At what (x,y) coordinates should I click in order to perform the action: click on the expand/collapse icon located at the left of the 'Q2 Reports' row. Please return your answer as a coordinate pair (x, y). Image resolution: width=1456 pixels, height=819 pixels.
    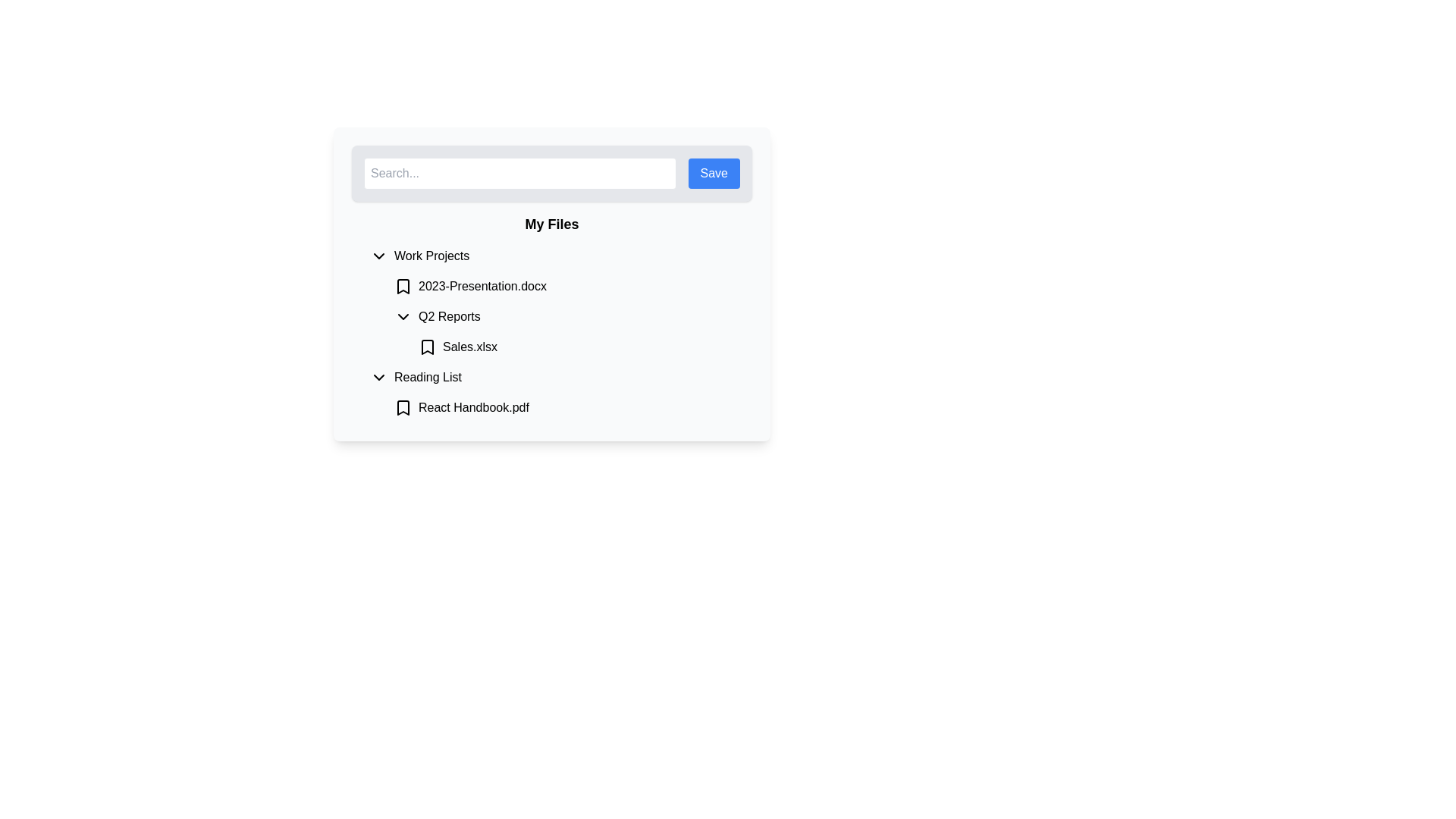
    Looking at the image, I should click on (403, 315).